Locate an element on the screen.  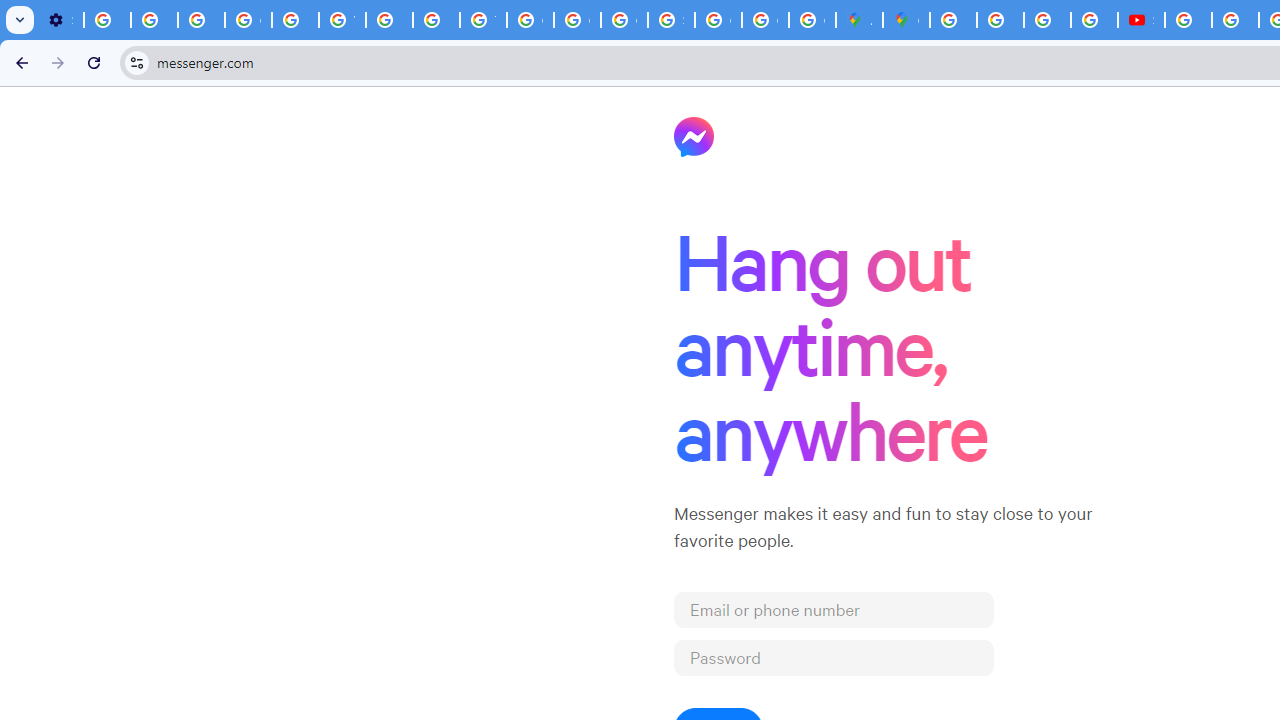
'Email or phone number' is located at coordinates (834, 608).